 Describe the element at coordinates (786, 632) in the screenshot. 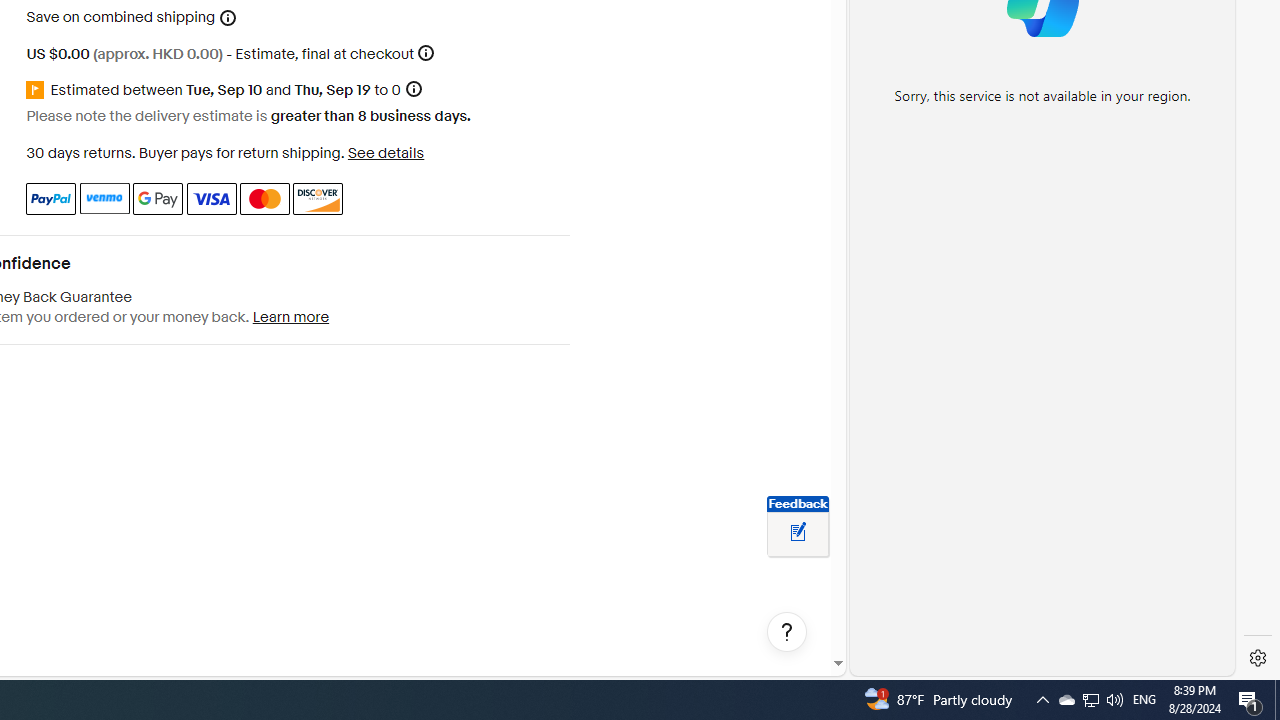

I see `'Help, opens dialogs'` at that location.